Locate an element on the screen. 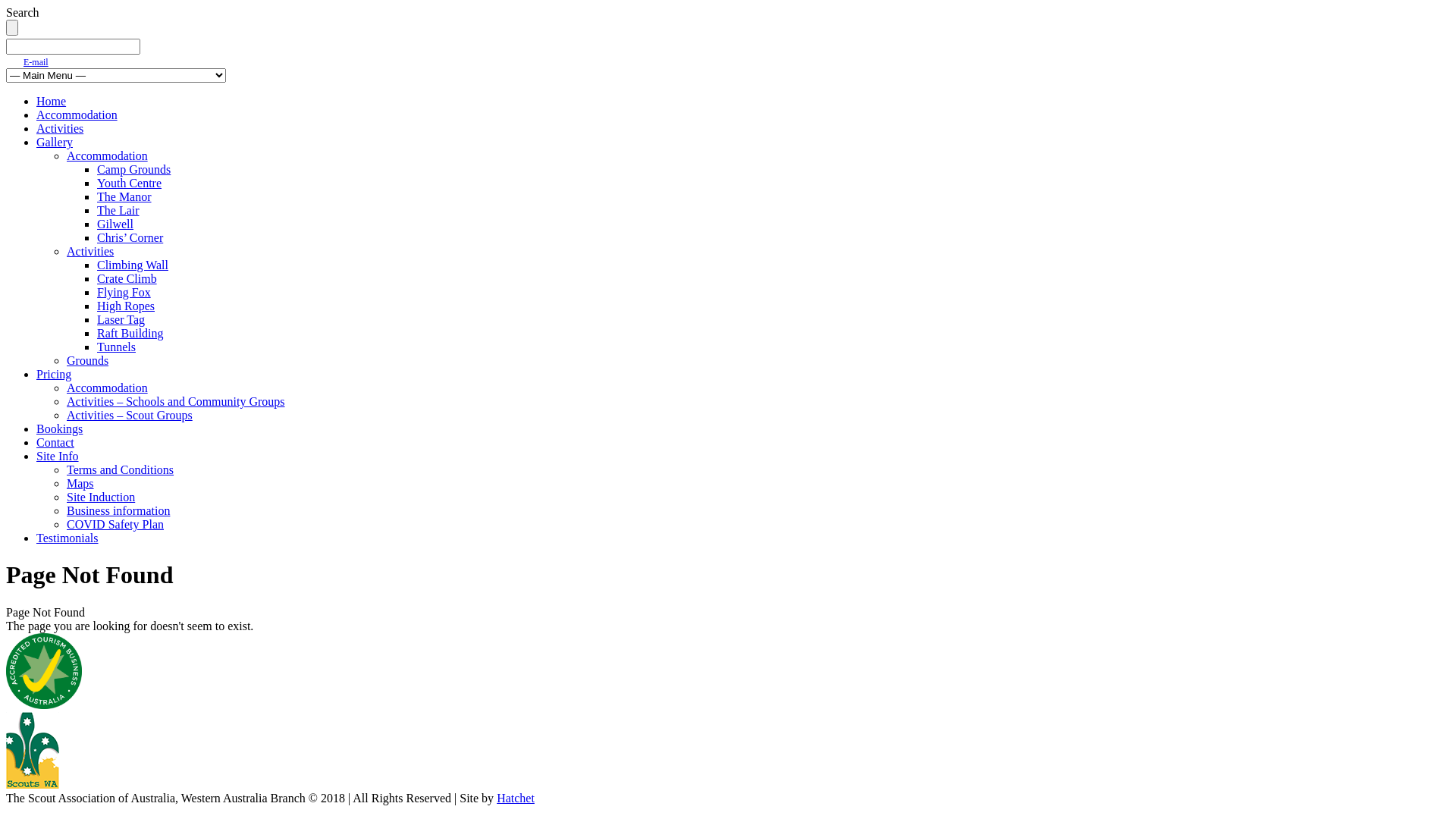  'Crate Climb' is located at coordinates (96, 278).